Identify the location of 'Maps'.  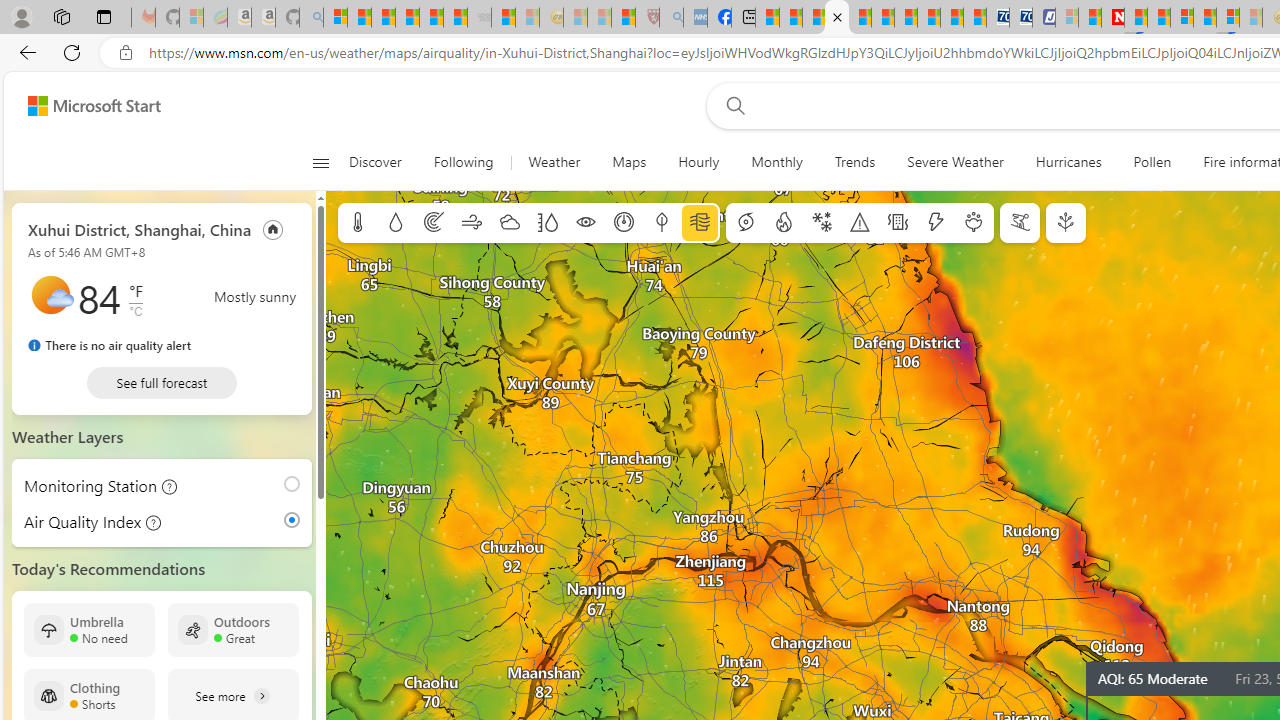
(628, 162).